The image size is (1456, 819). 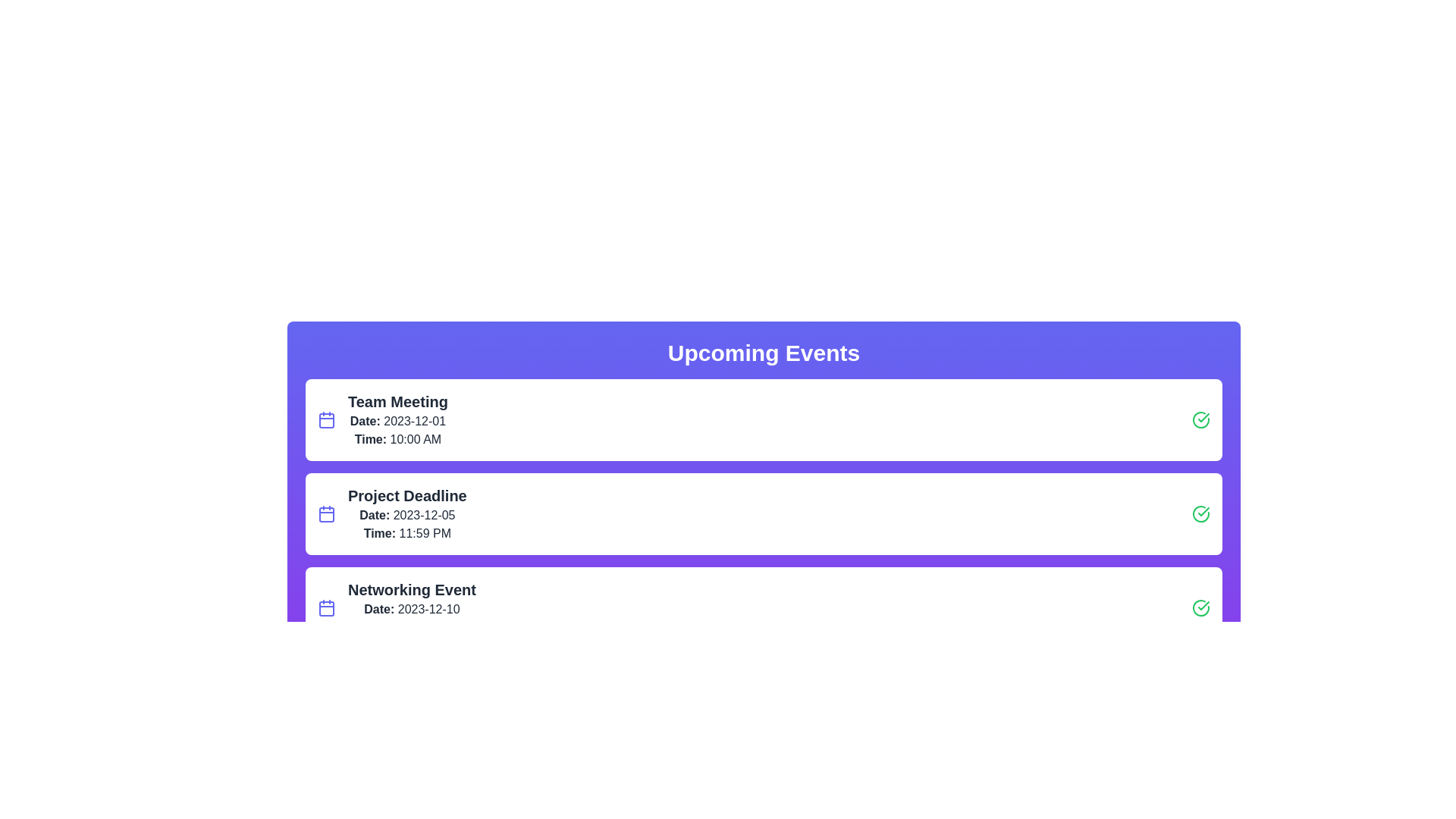 What do you see at coordinates (397, 439) in the screenshot?
I see `the static text element displaying 'Time: 10:00 AM', which is located below 'Date: 2023-12-01' and part of the 'Team Meeting' entry in the first card of the event list under 'Upcoming Events'` at bounding box center [397, 439].